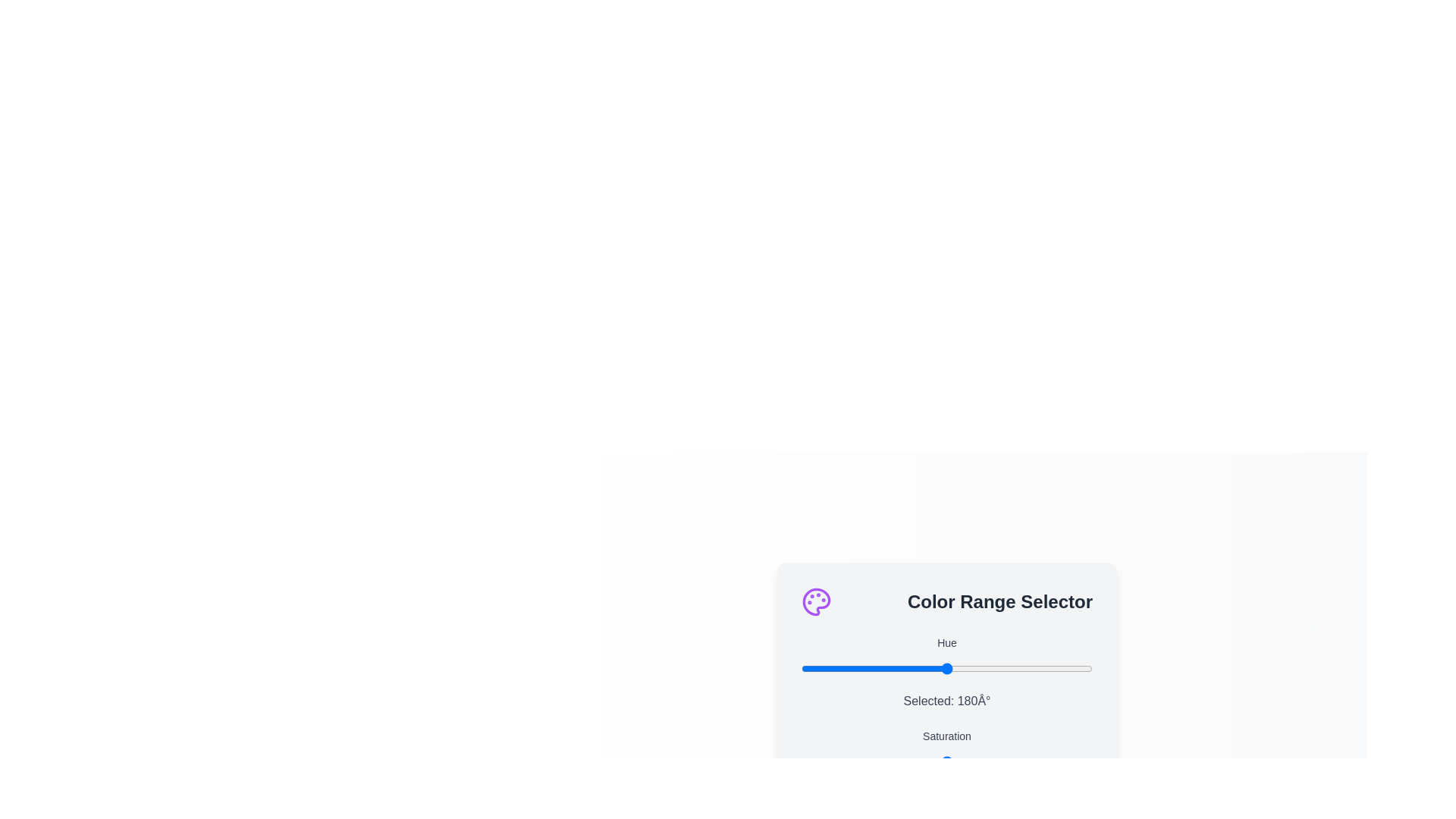 The width and height of the screenshot is (1456, 819). What do you see at coordinates (811, 667) in the screenshot?
I see `the hue` at bounding box center [811, 667].